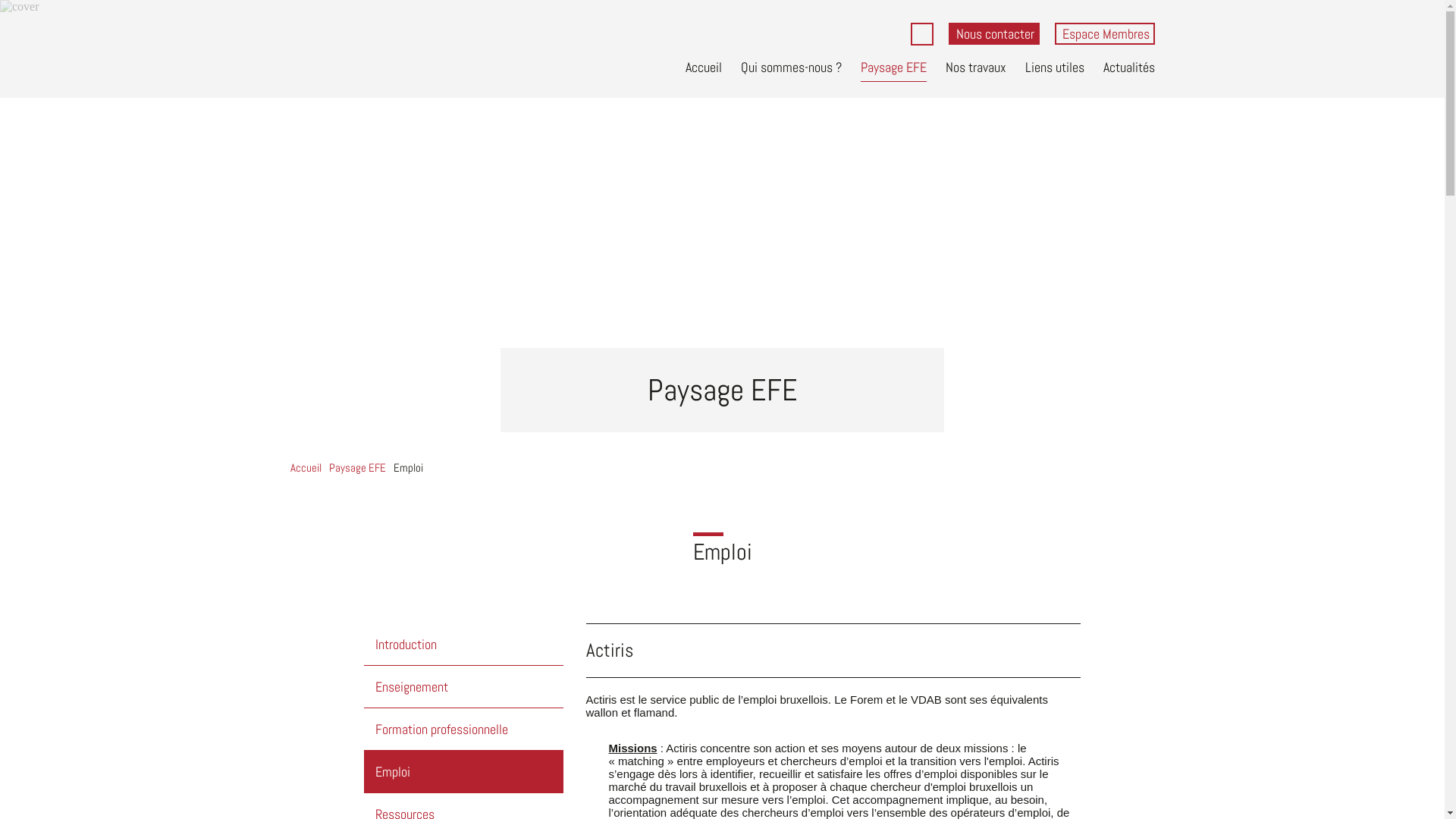  I want to click on 'Nos travaux', so click(975, 62).